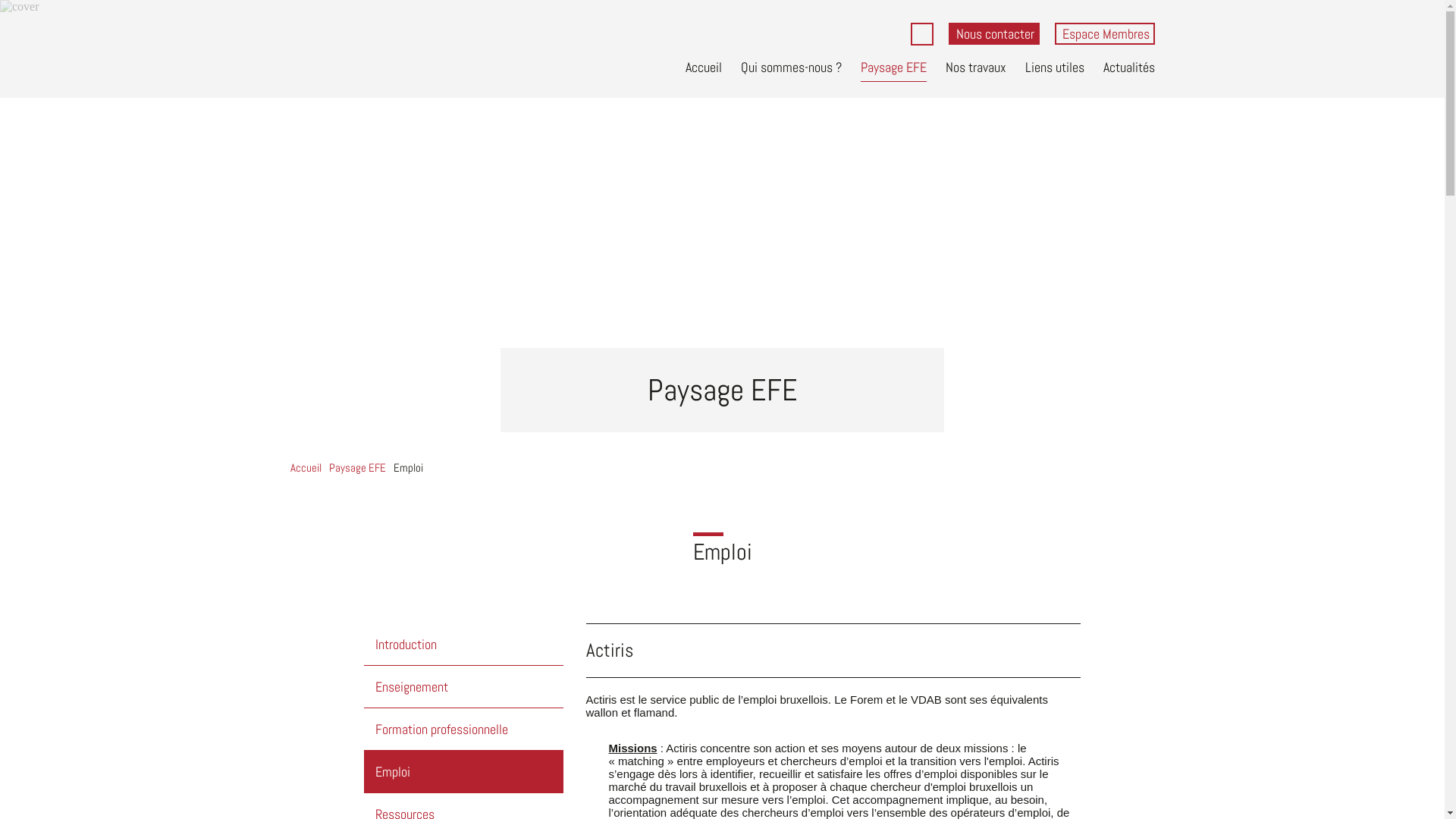  I want to click on 'Nos travaux', so click(975, 62).